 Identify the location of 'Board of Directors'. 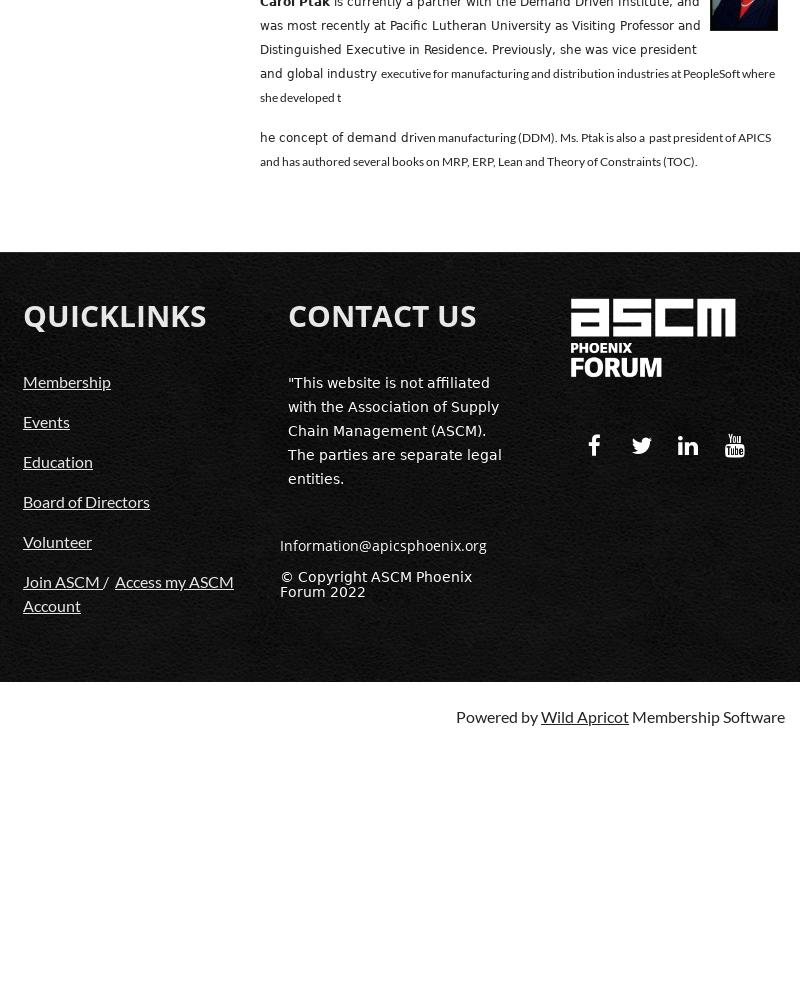
(86, 500).